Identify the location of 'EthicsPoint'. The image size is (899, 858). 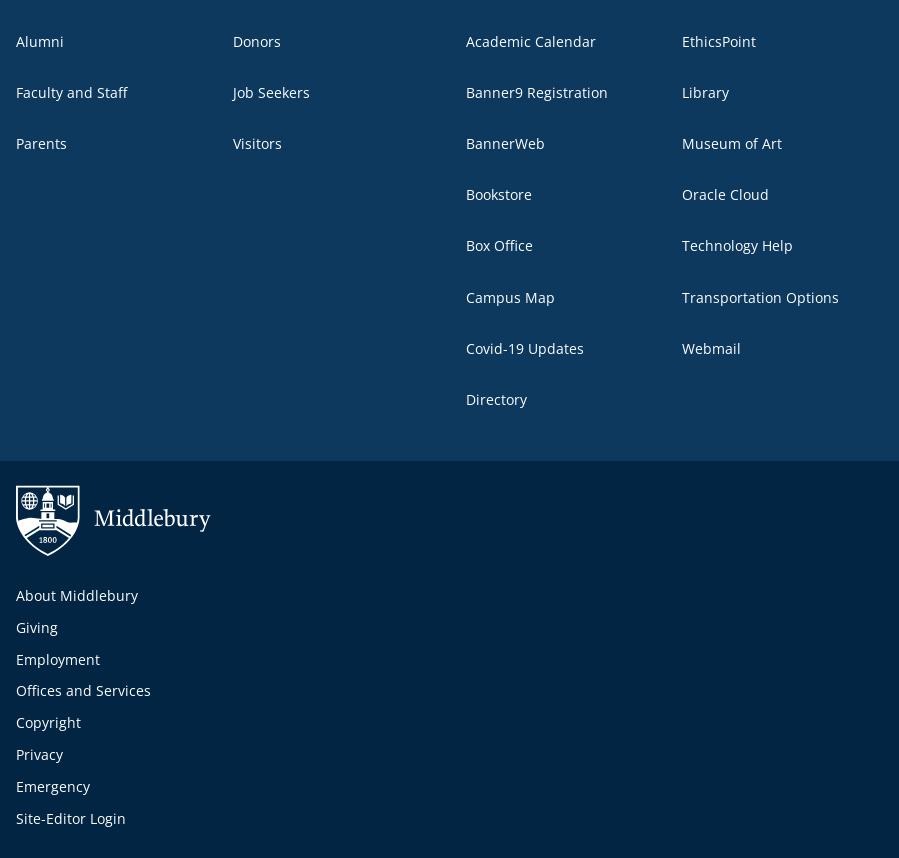
(718, 40).